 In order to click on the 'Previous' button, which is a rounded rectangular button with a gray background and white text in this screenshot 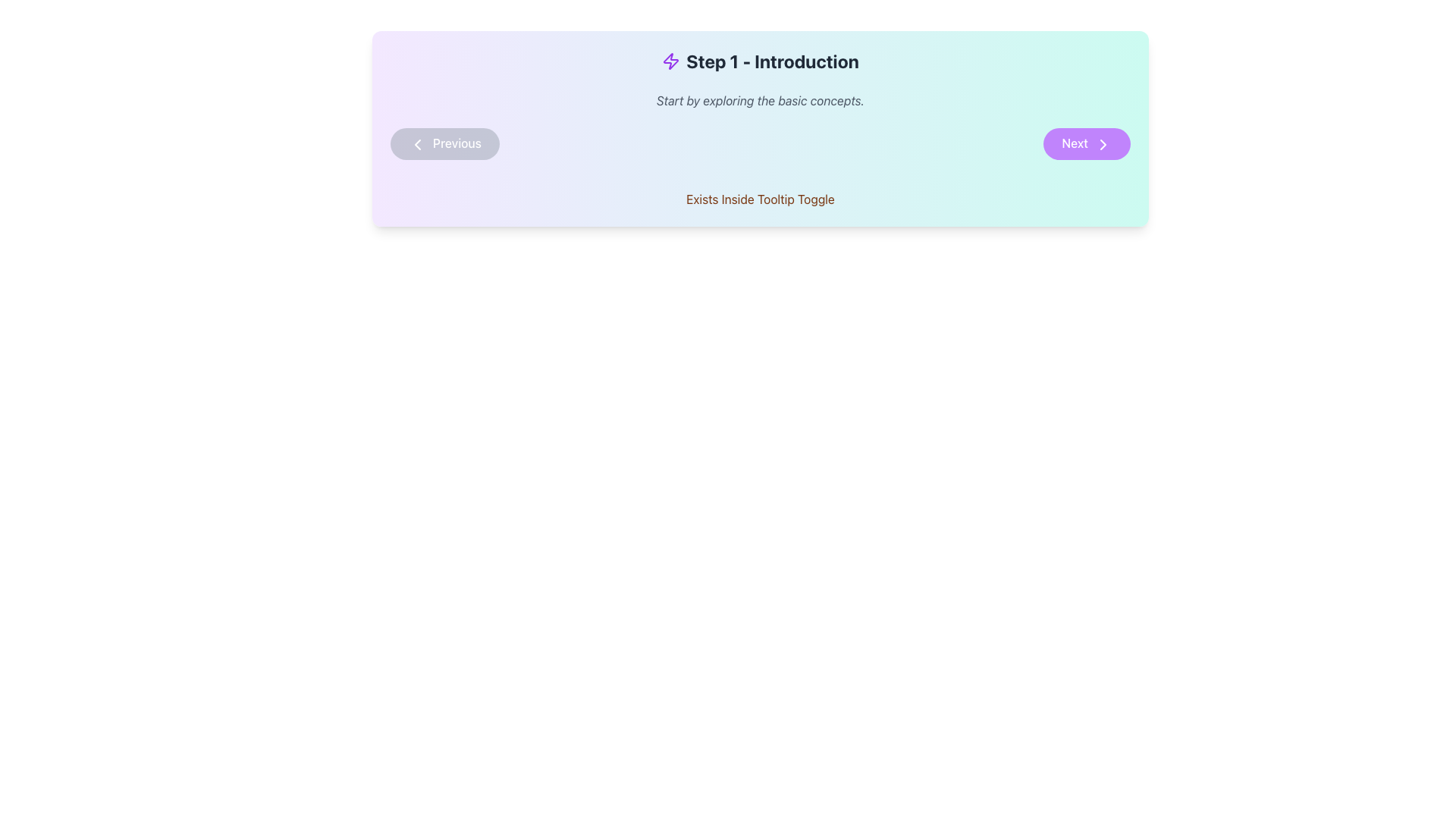, I will do `click(444, 143)`.